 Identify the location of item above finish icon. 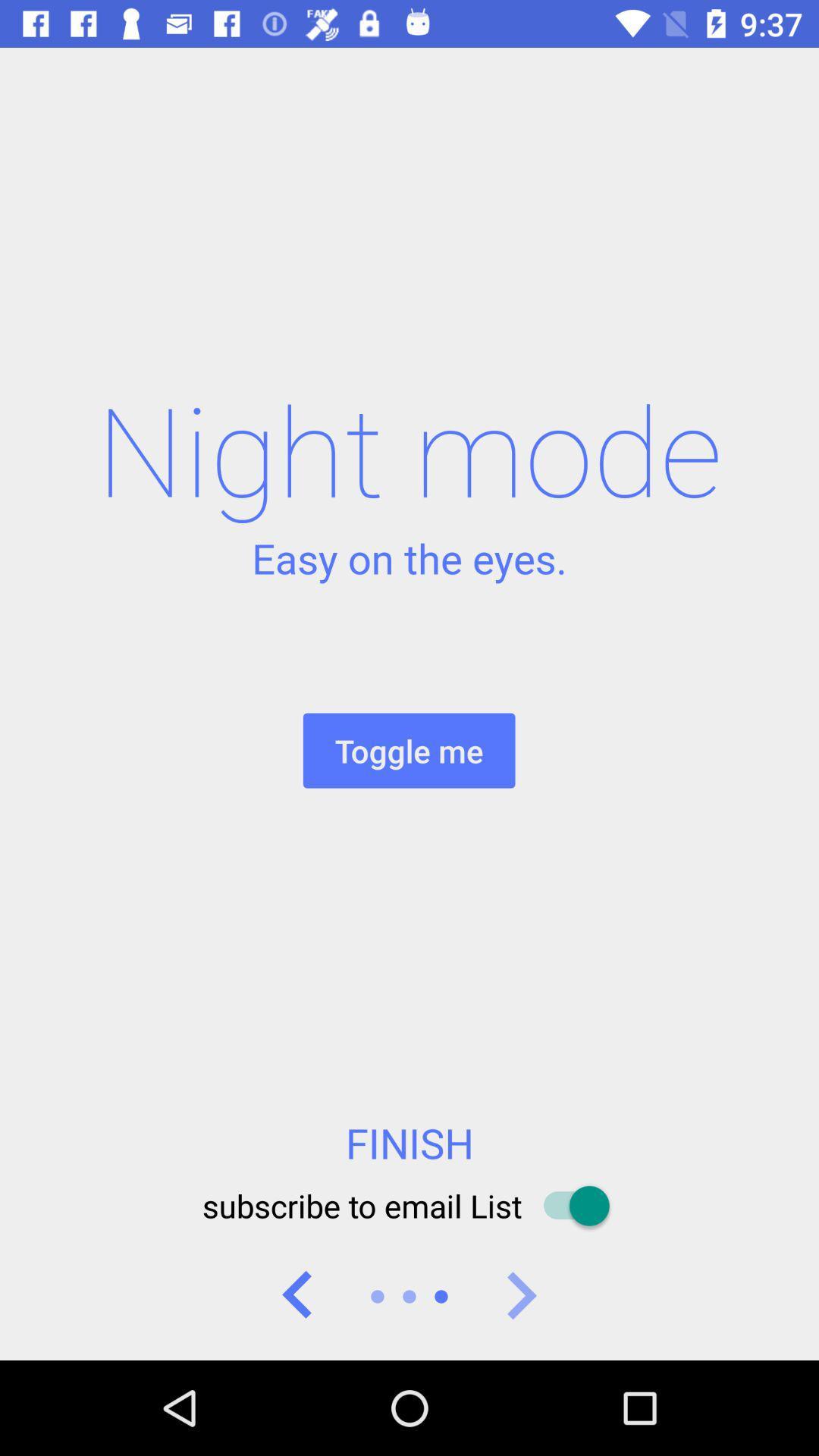
(408, 750).